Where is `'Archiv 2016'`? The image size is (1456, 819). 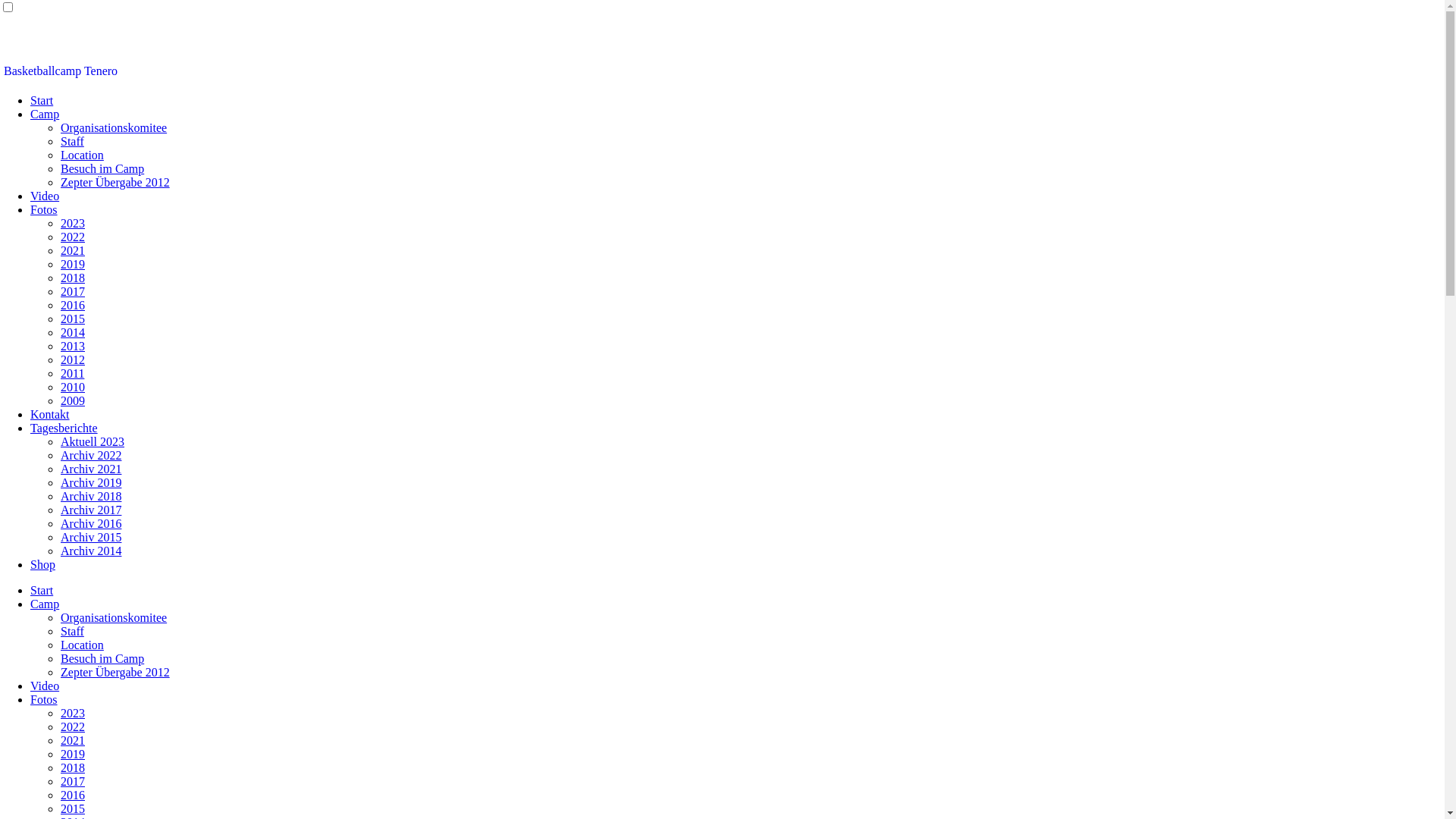
'Archiv 2016' is located at coordinates (90, 522).